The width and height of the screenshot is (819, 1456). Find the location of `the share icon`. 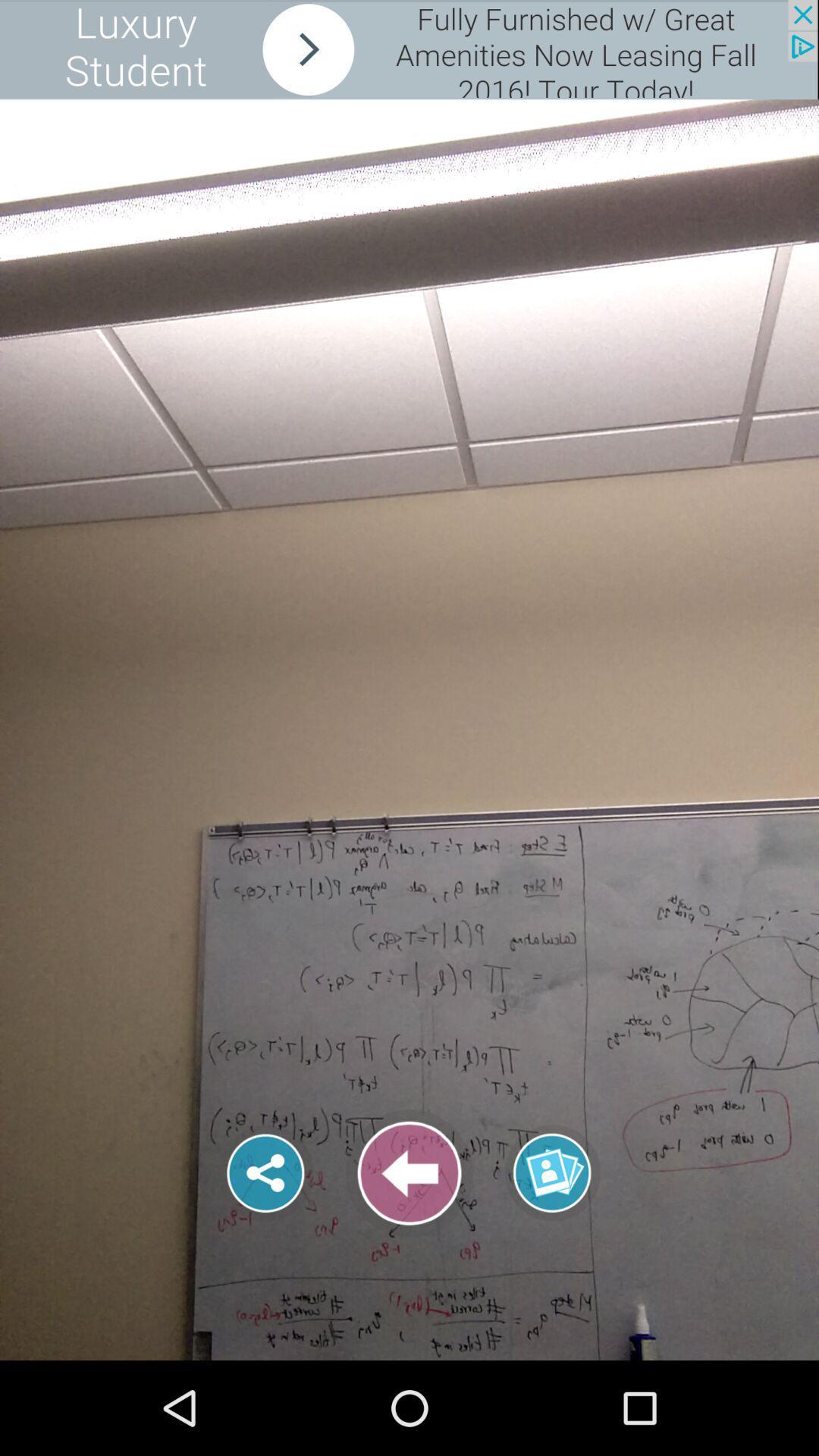

the share icon is located at coordinates (265, 1172).